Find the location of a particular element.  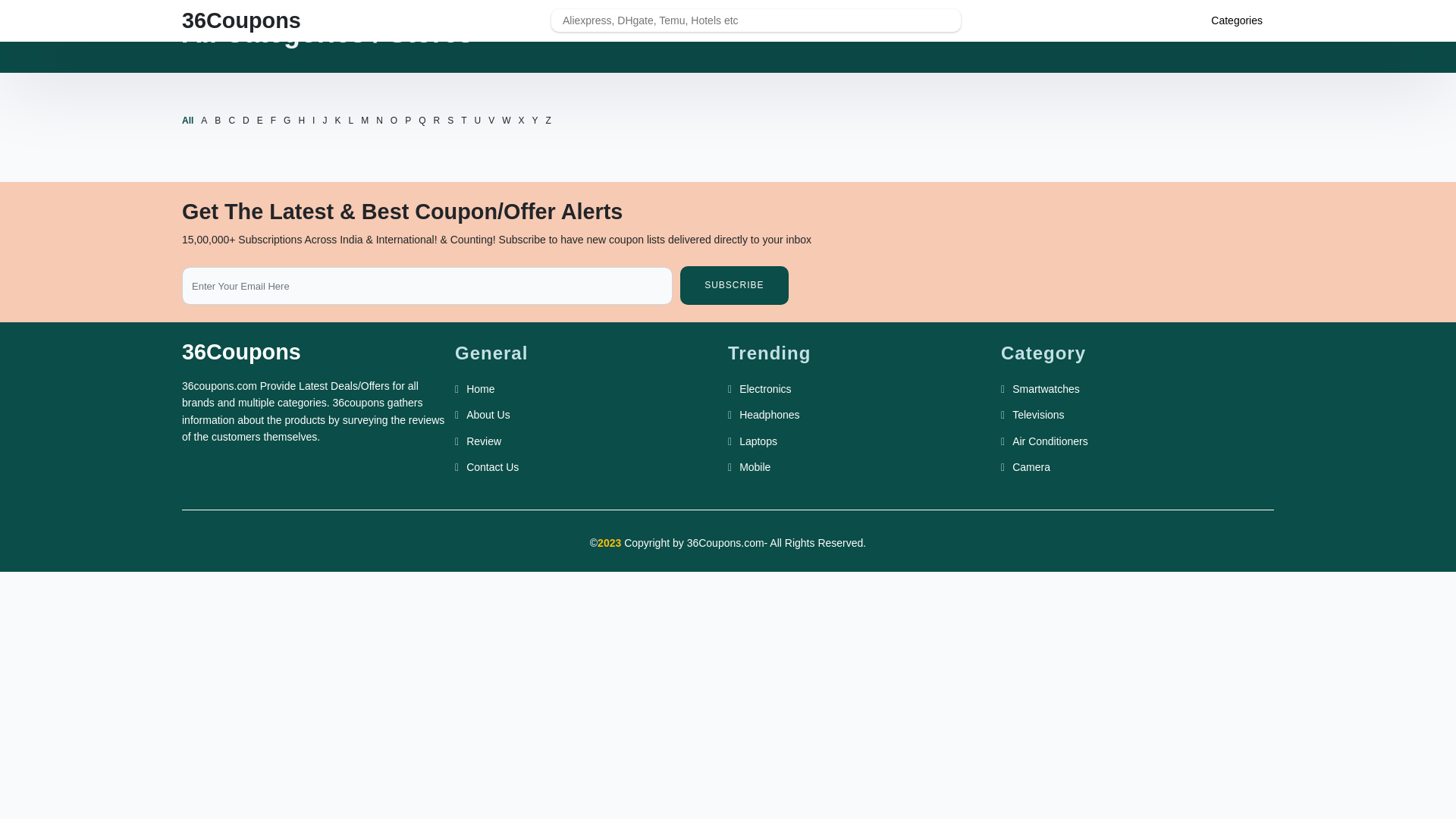

'About Us' is located at coordinates (488, 415).